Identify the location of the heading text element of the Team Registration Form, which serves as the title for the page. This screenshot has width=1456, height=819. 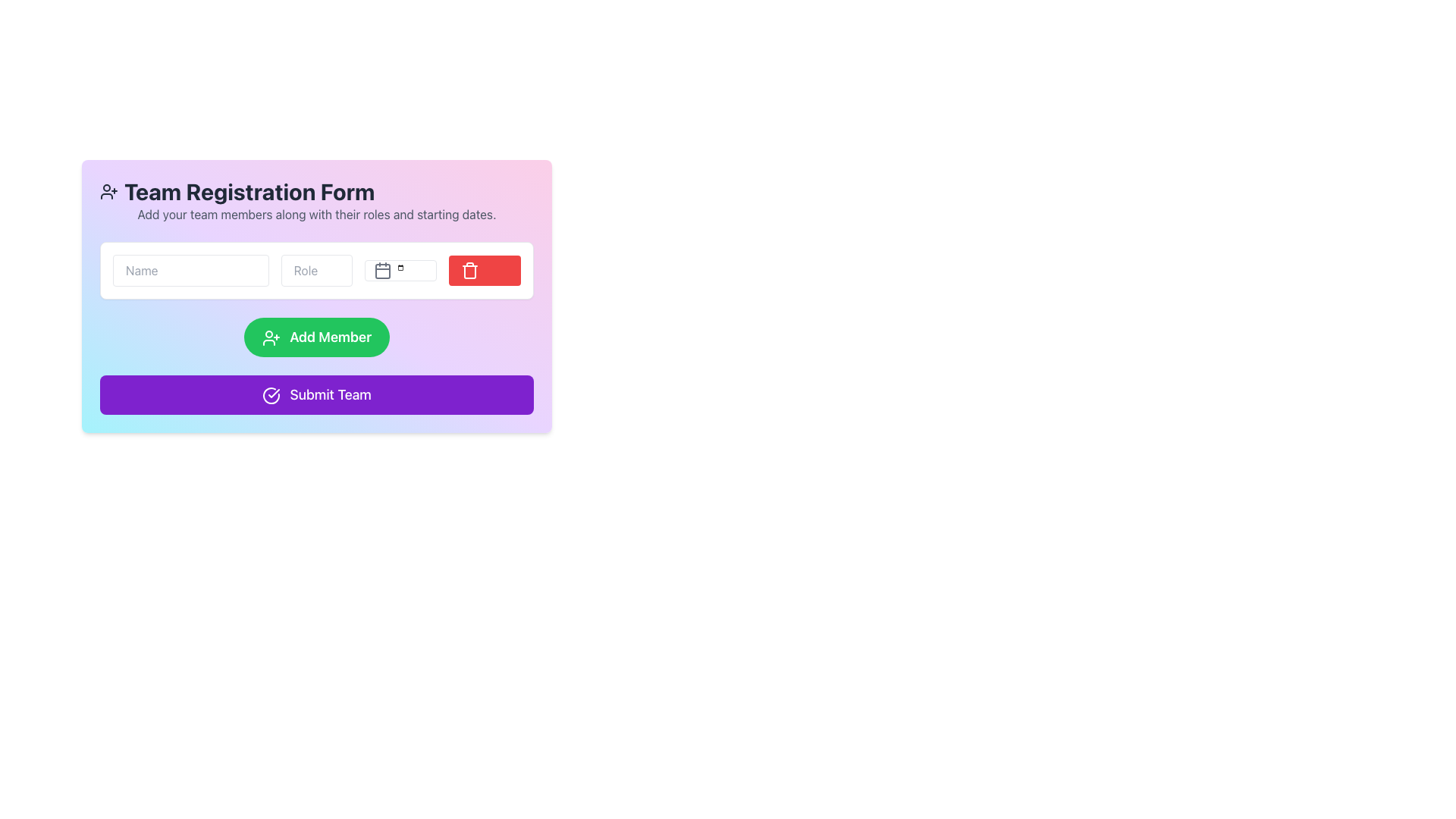
(315, 191).